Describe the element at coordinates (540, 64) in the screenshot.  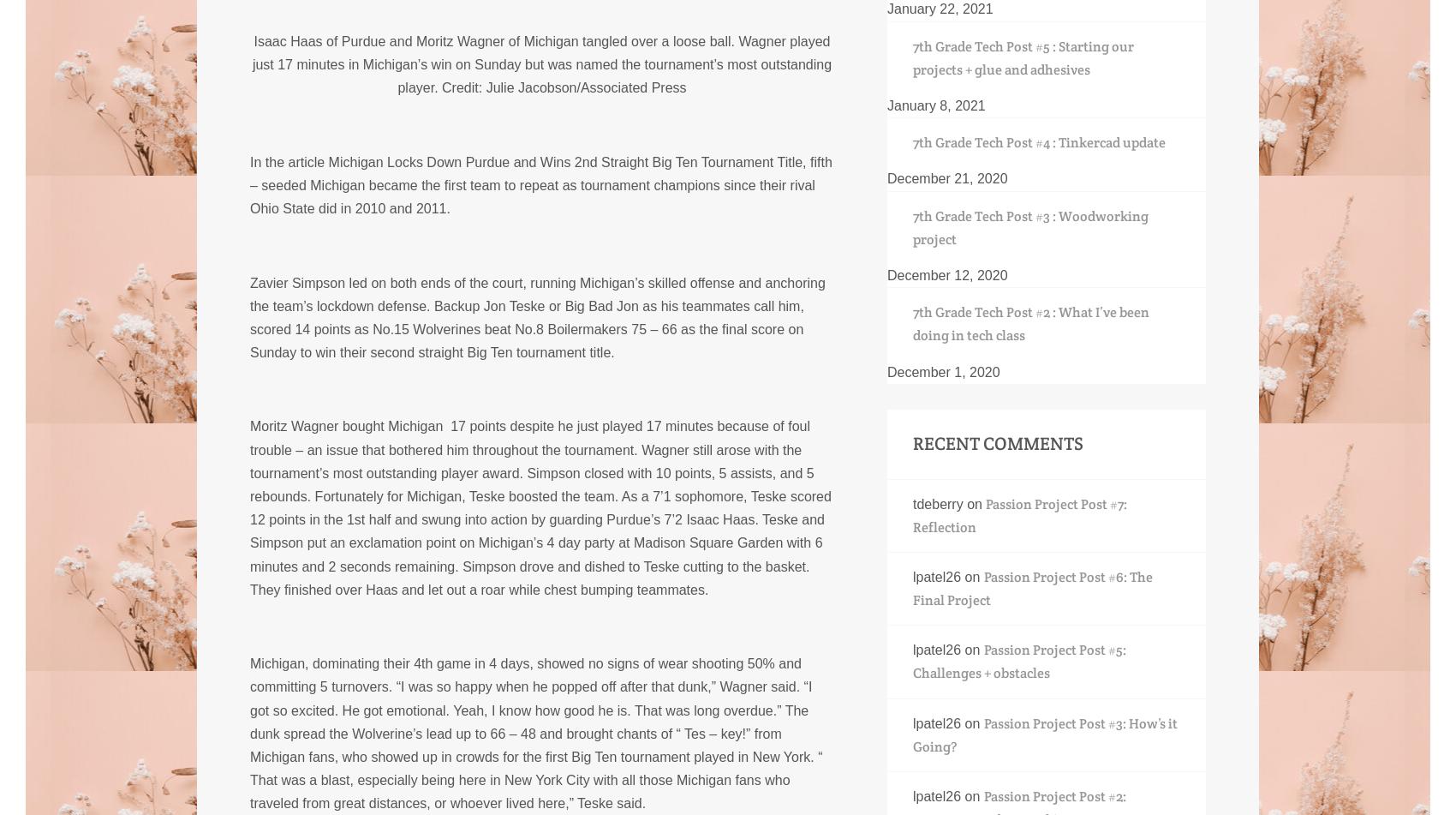
I see `'Isaac Haas of Purdue and Moritz Wagner of Michigan tangled over a loose ball. Wagner played just 17 minutes in Michigan’s win on Sunday but was named the tournament’s most outstanding player.'` at that location.